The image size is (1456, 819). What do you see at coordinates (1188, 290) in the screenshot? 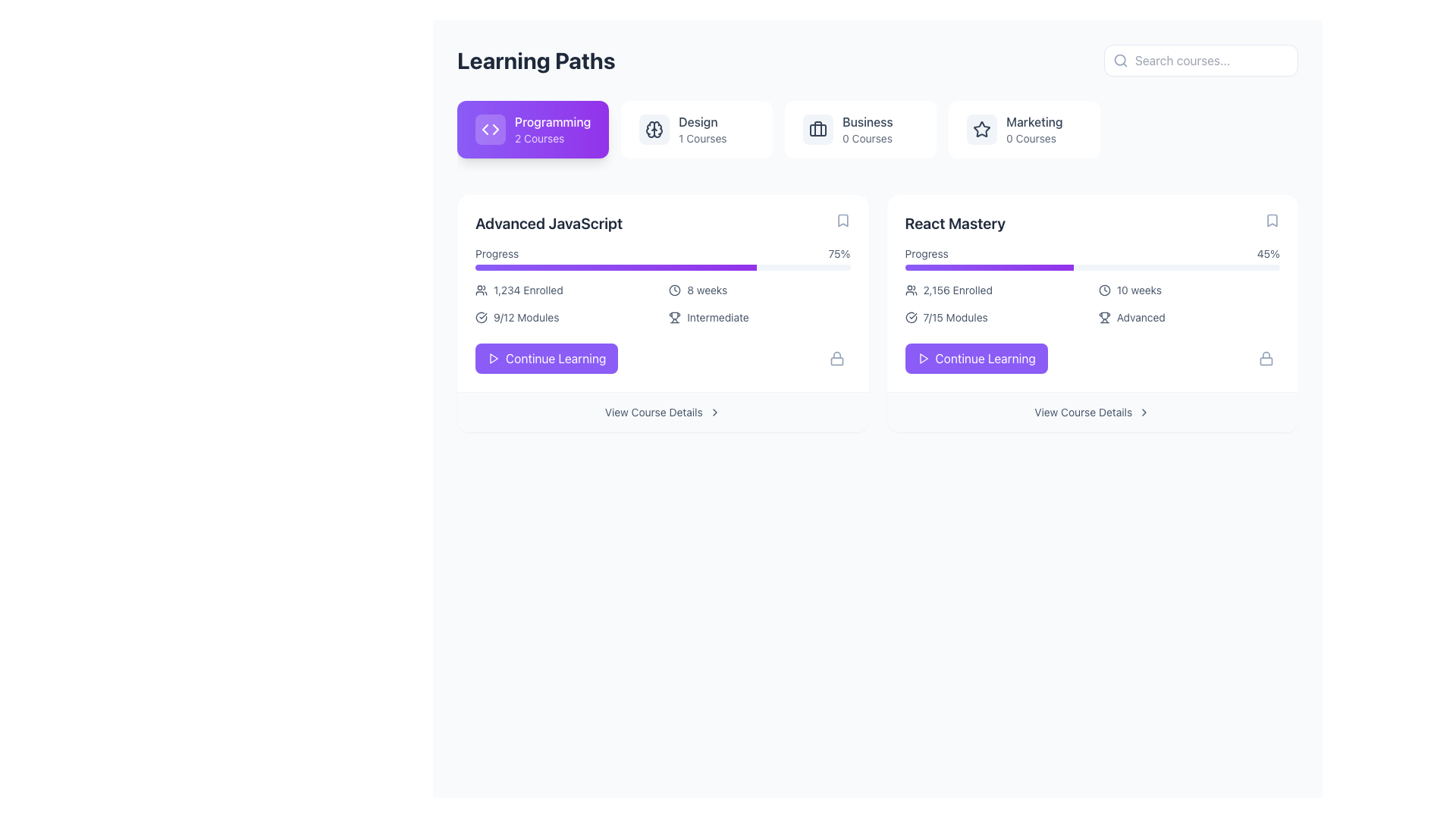
I see `the Label with Icon that displays the duration of the course, indicating it spans 10 weeks, located in the second card on the right within the grid layout of learning paths in the 'React Mastery' section` at bounding box center [1188, 290].